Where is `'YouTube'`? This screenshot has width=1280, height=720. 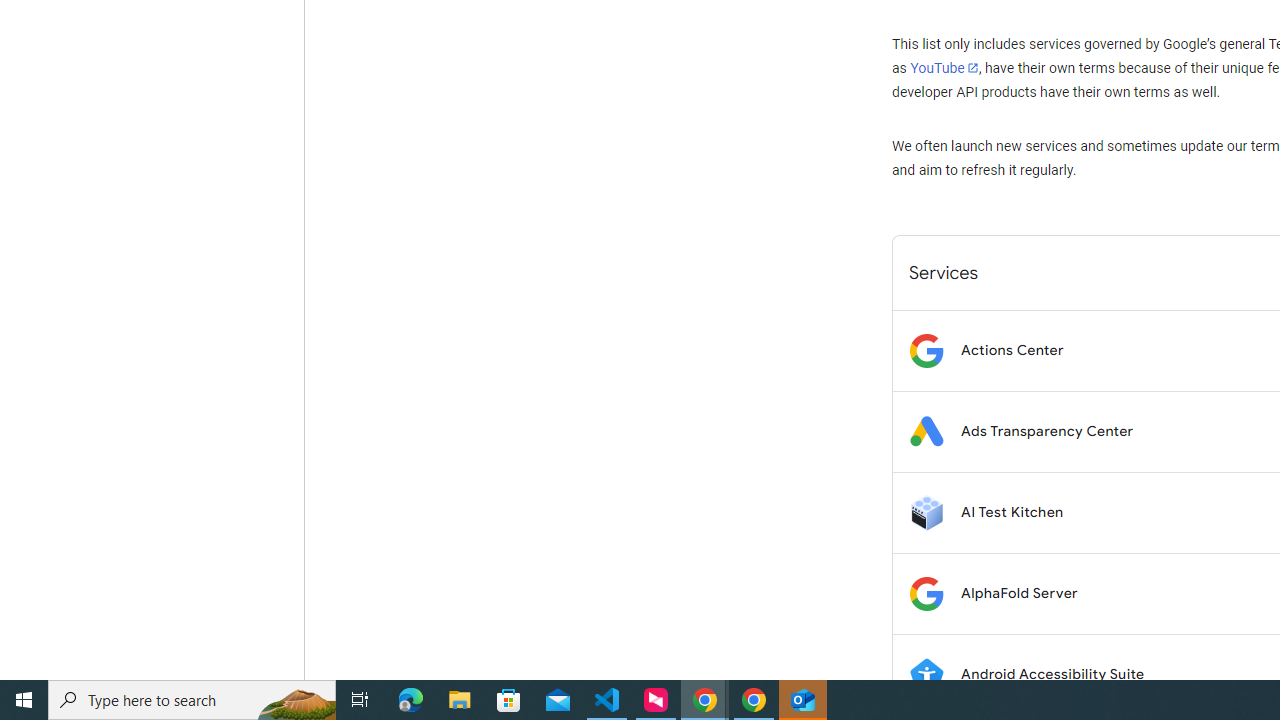
'YouTube' is located at coordinates (943, 67).